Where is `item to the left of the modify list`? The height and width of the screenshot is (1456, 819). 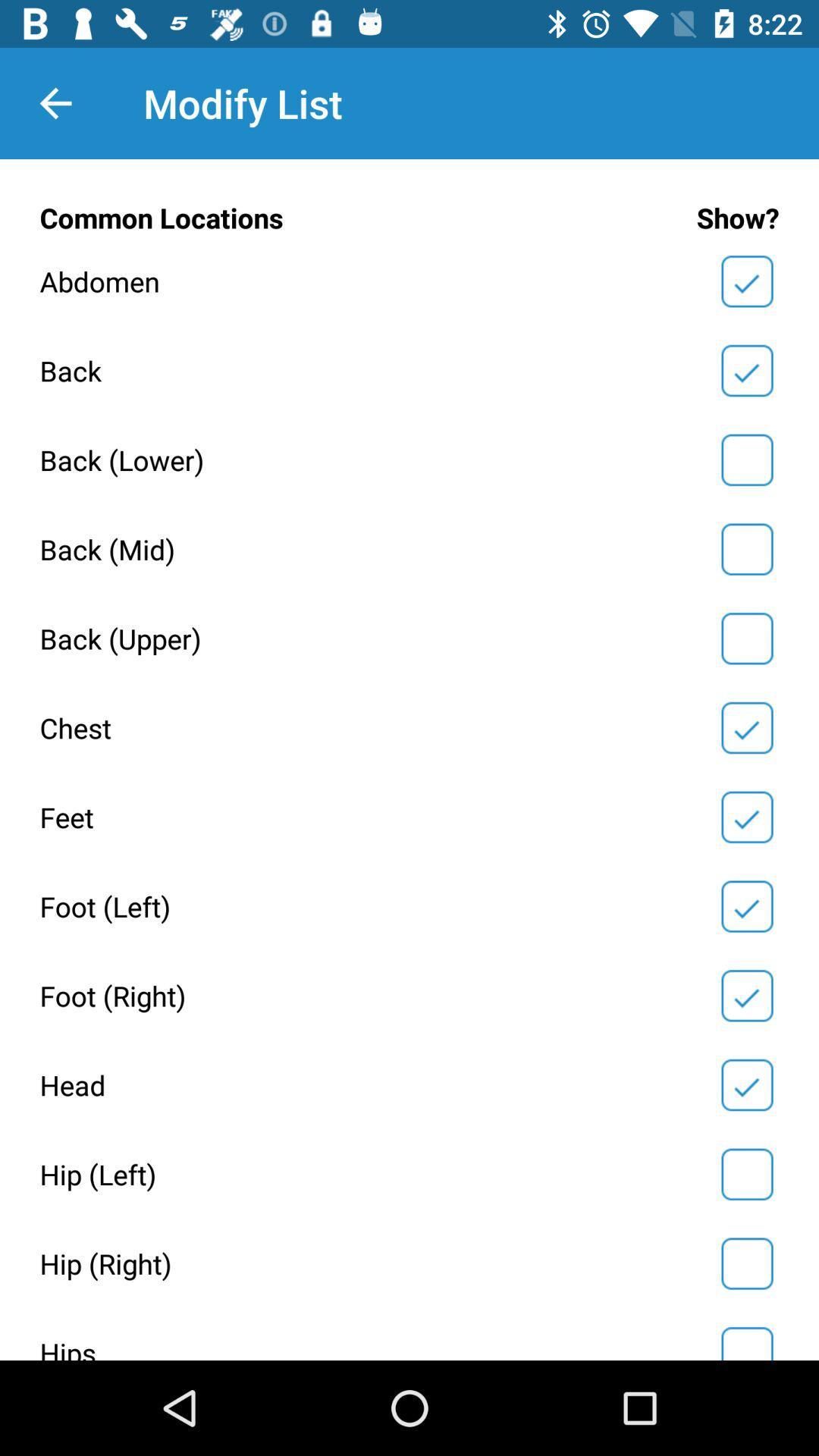 item to the left of the modify list is located at coordinates (55, 102).